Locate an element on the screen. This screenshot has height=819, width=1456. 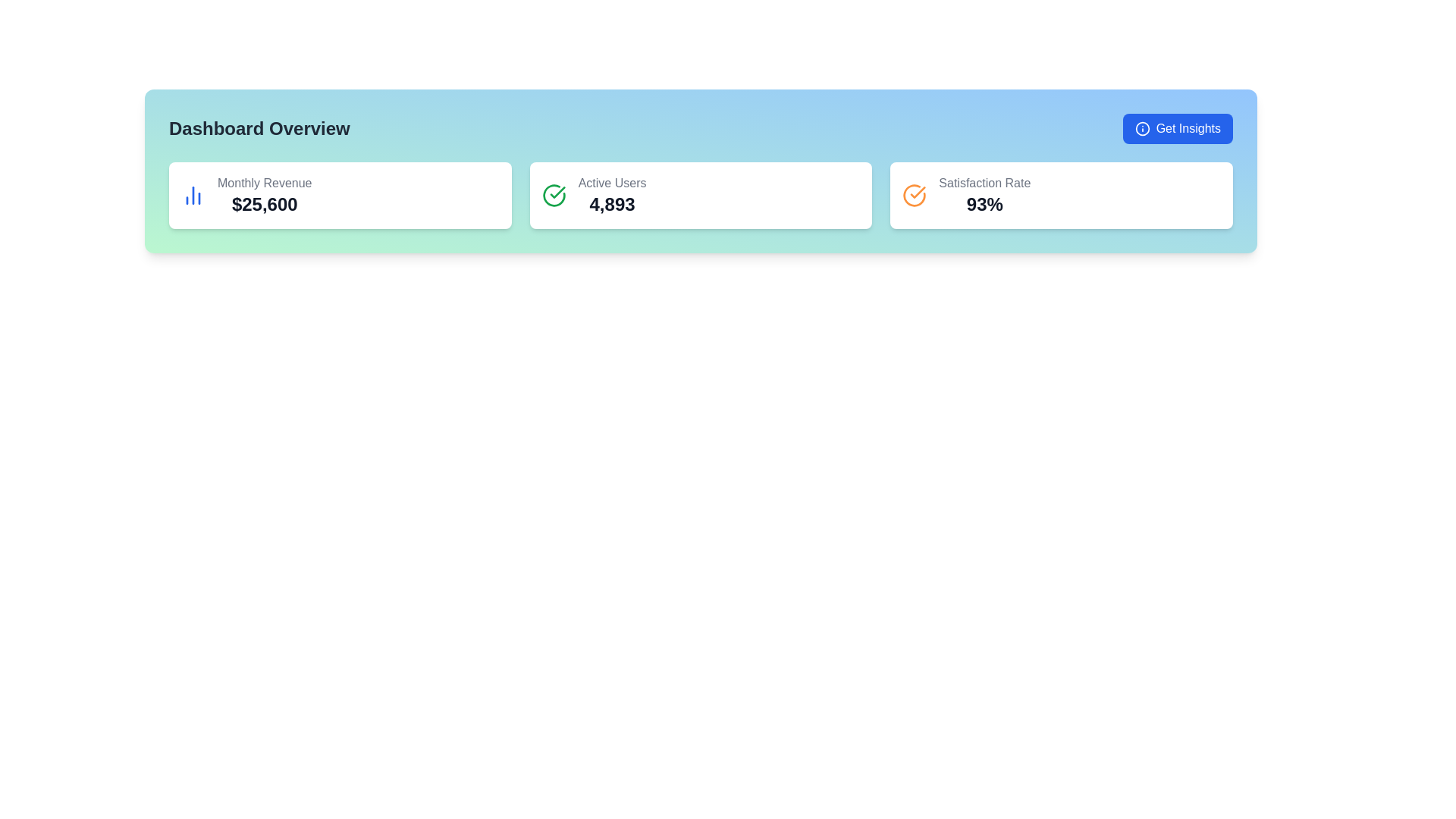
the positive indicator icon located to the left of the 'Satisfaction Rate' text and above the '93%' text in the dashboard overview is located at coordinates (914, 195).